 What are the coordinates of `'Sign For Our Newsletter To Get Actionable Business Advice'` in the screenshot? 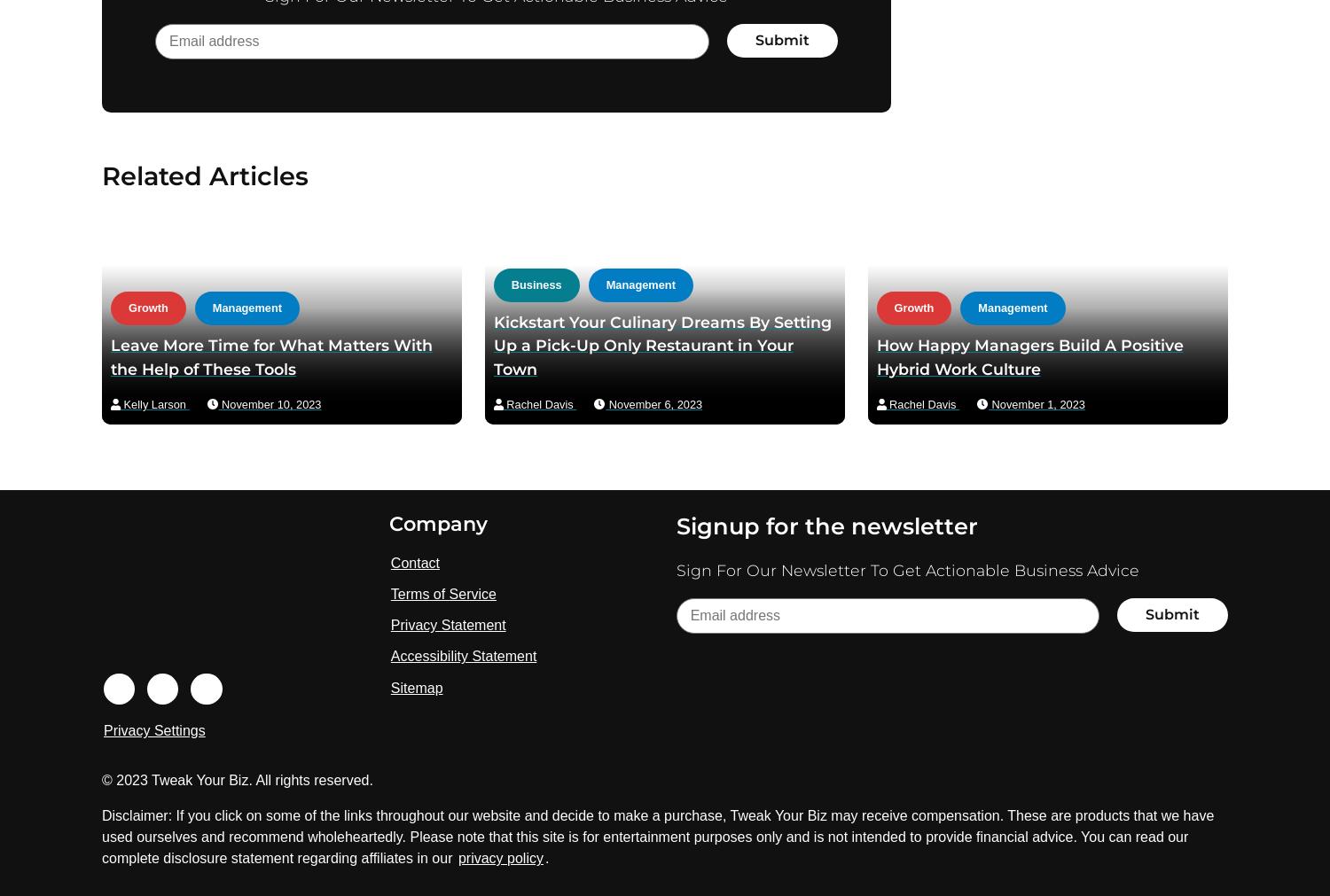 It's located at (907, 570).